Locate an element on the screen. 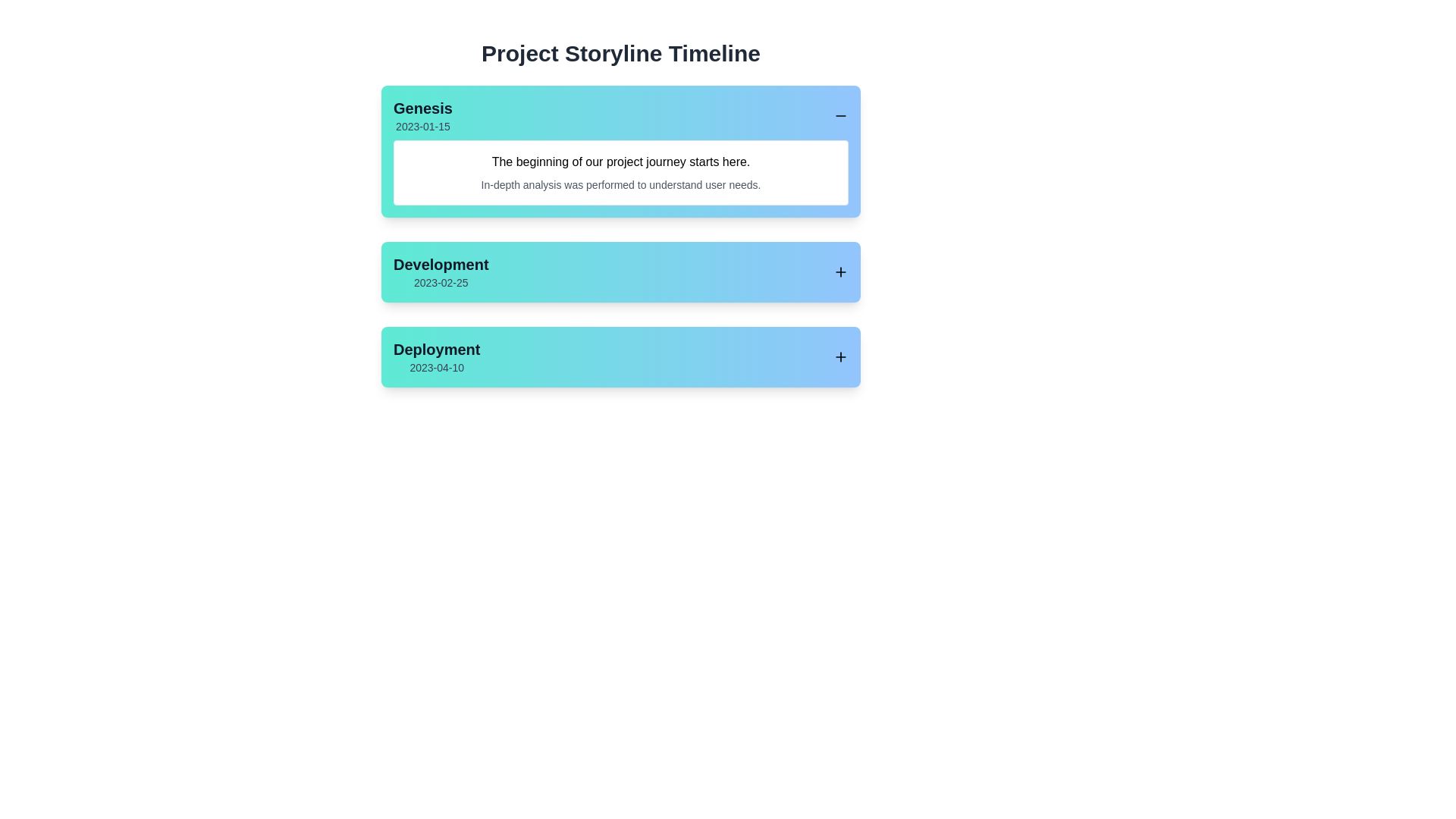  the icon button located at the rightmost part of the 'Development' section to expand or add more information is located at coordinates (839, 271).